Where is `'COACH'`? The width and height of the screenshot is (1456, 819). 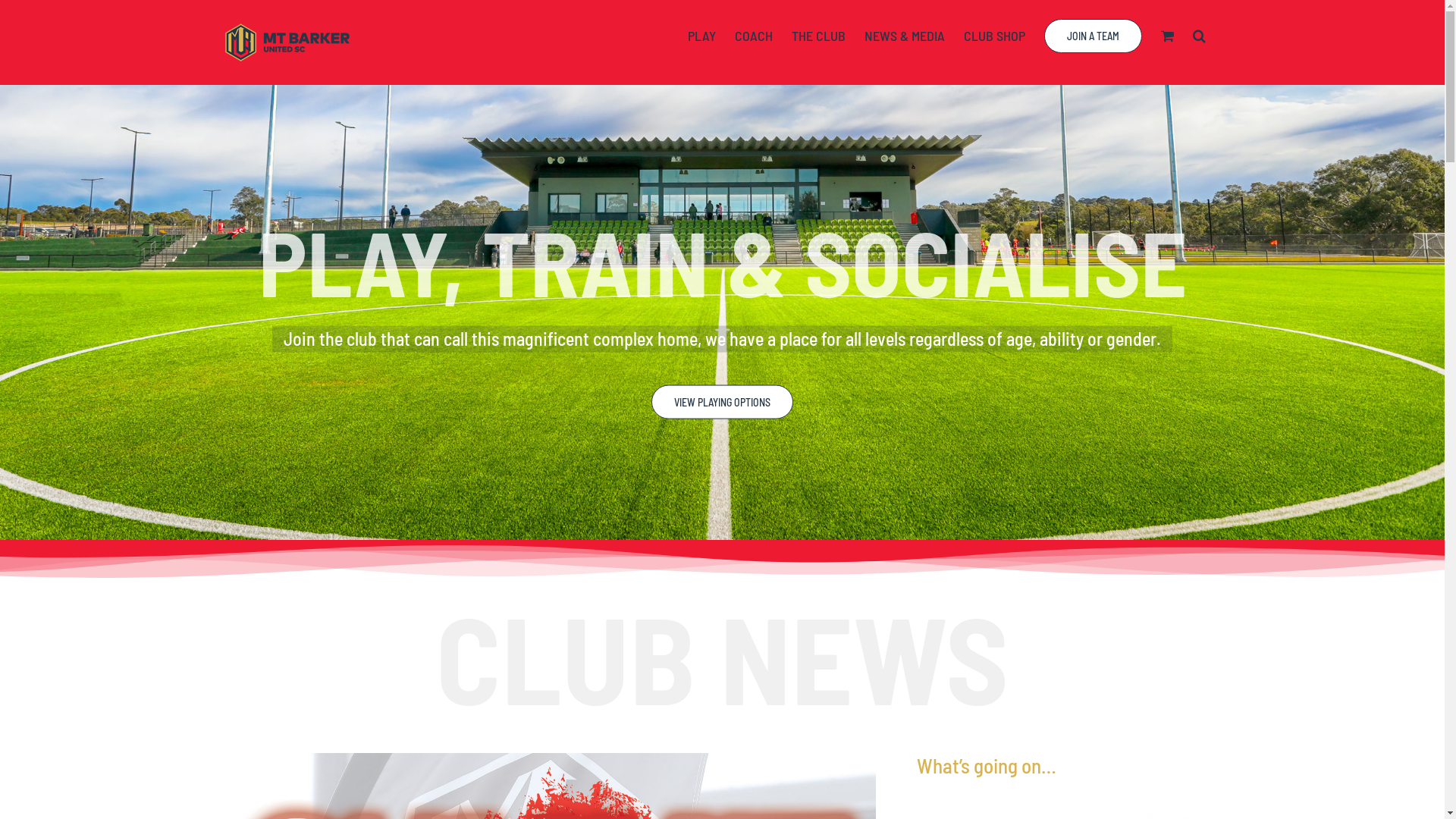 'COACH' is located at coordinates (735, 34).